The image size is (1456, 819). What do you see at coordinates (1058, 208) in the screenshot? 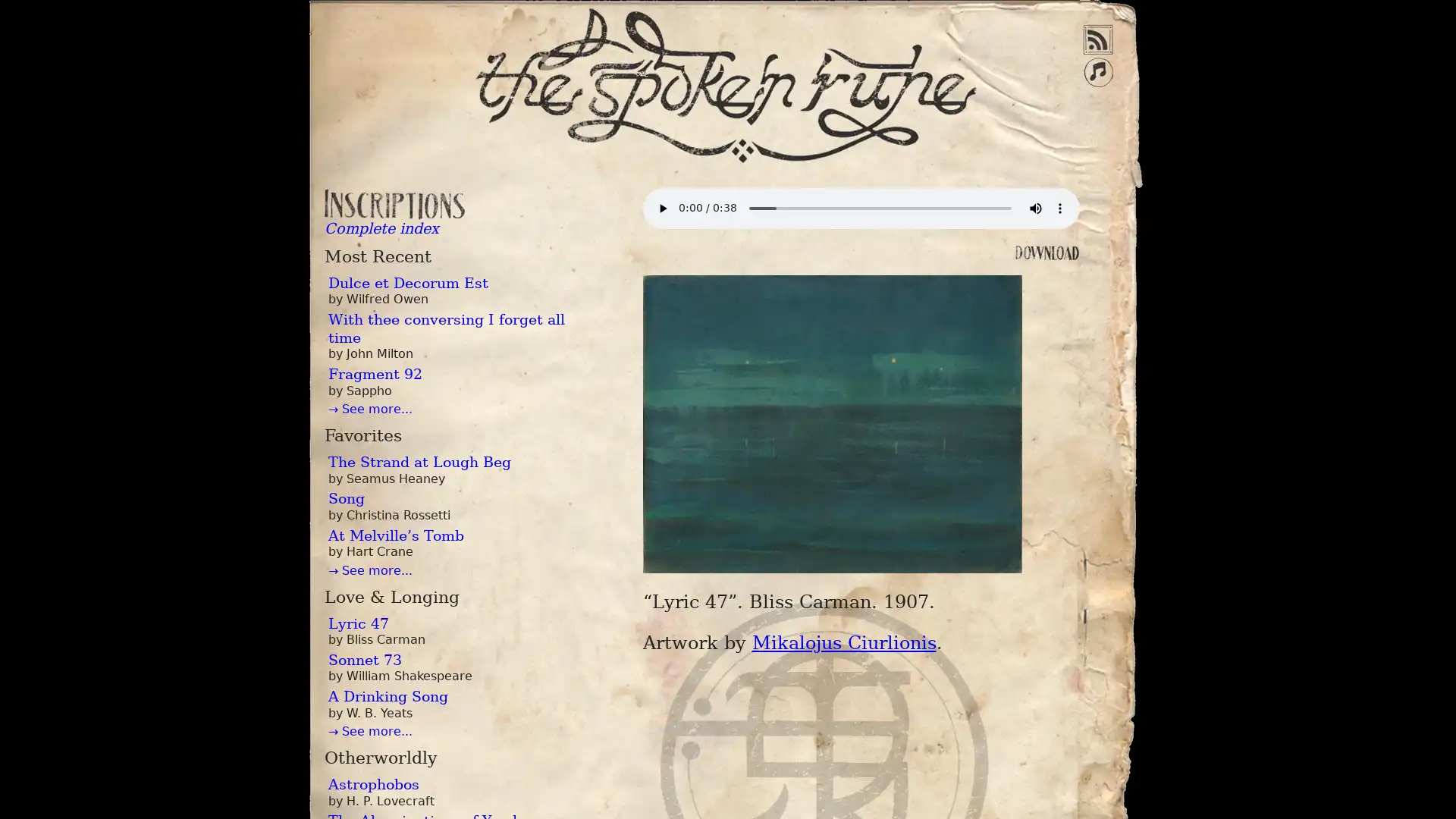
I see `show more media controls` at bounding box center [1058, 208].